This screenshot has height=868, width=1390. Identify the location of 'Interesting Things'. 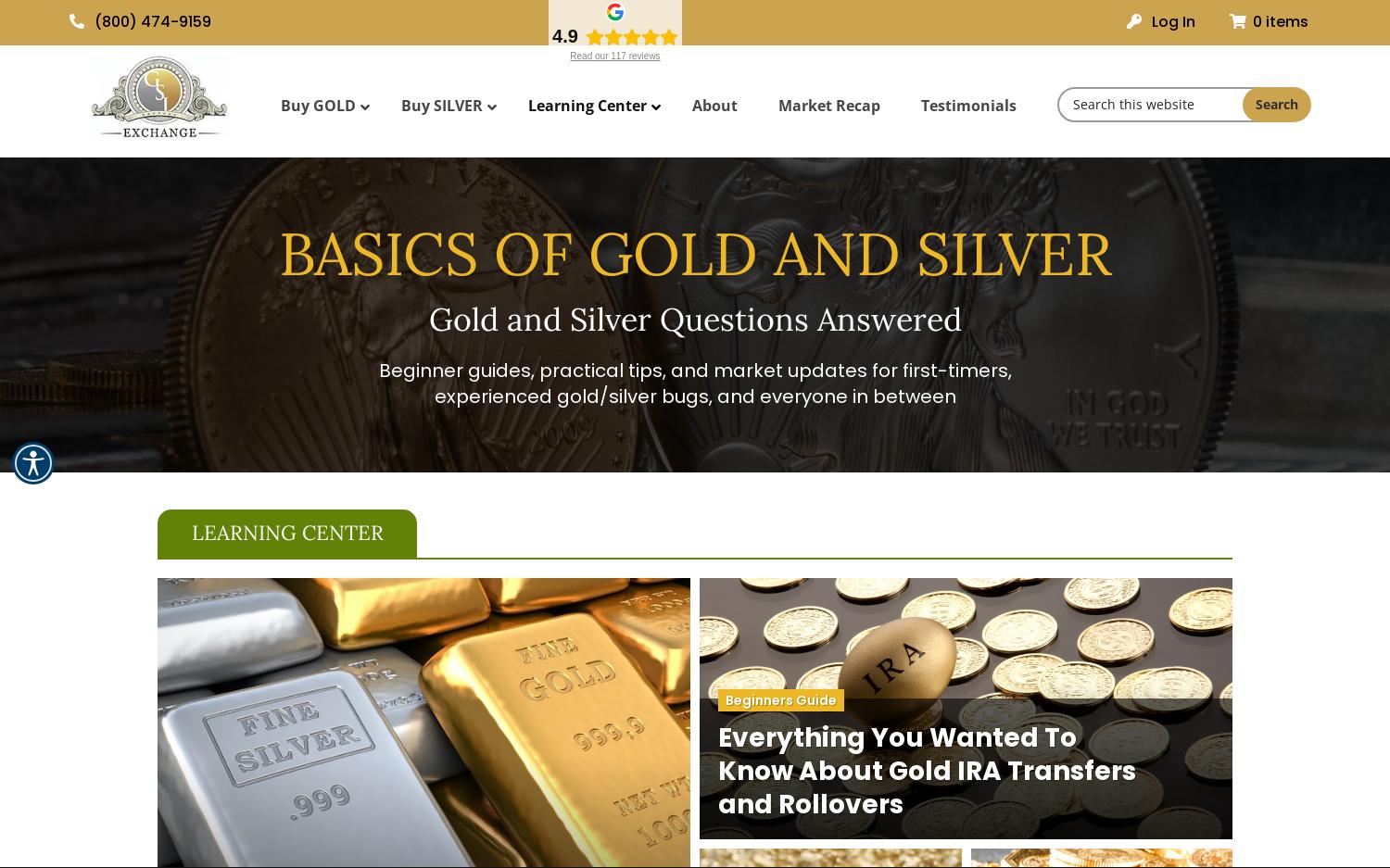
(590, 266).